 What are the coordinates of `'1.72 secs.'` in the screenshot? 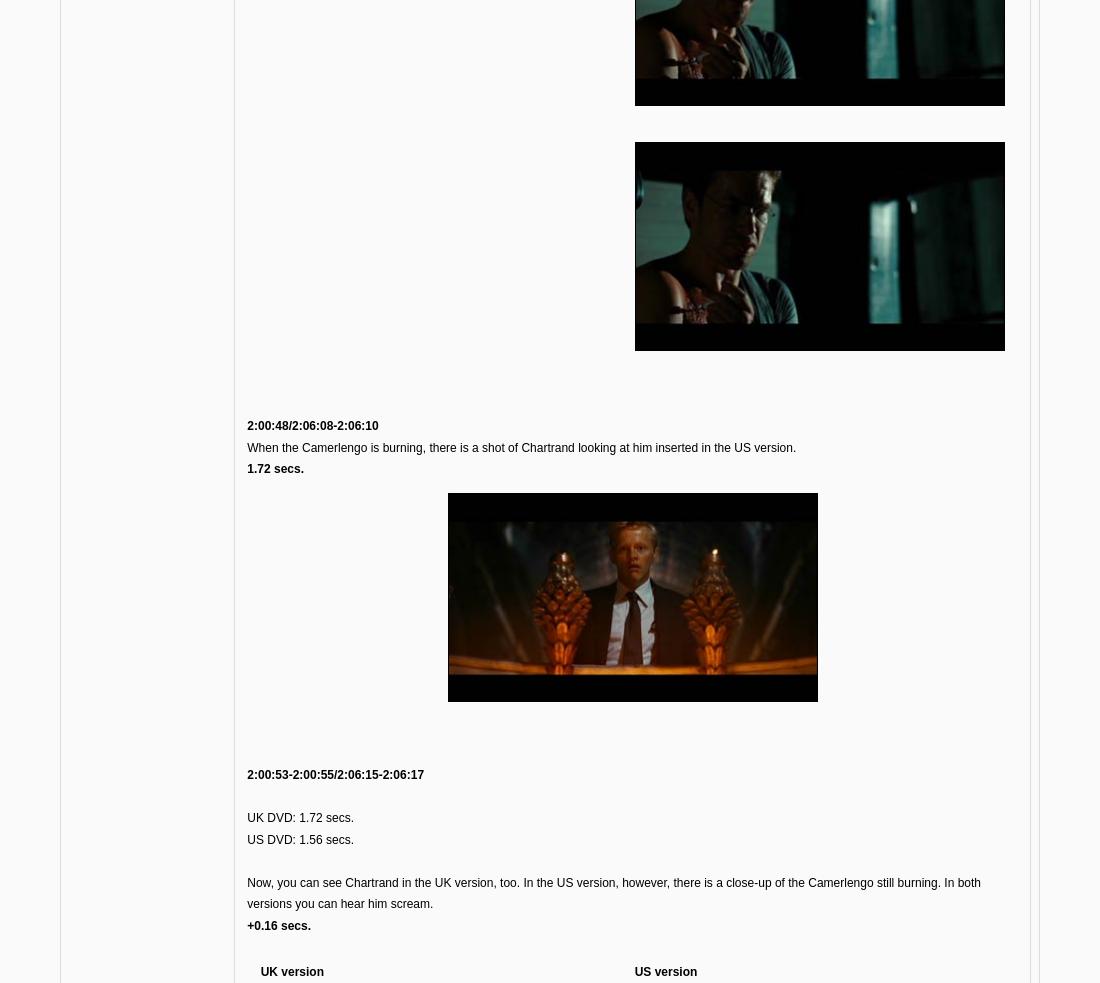 It's located at (275, 467).